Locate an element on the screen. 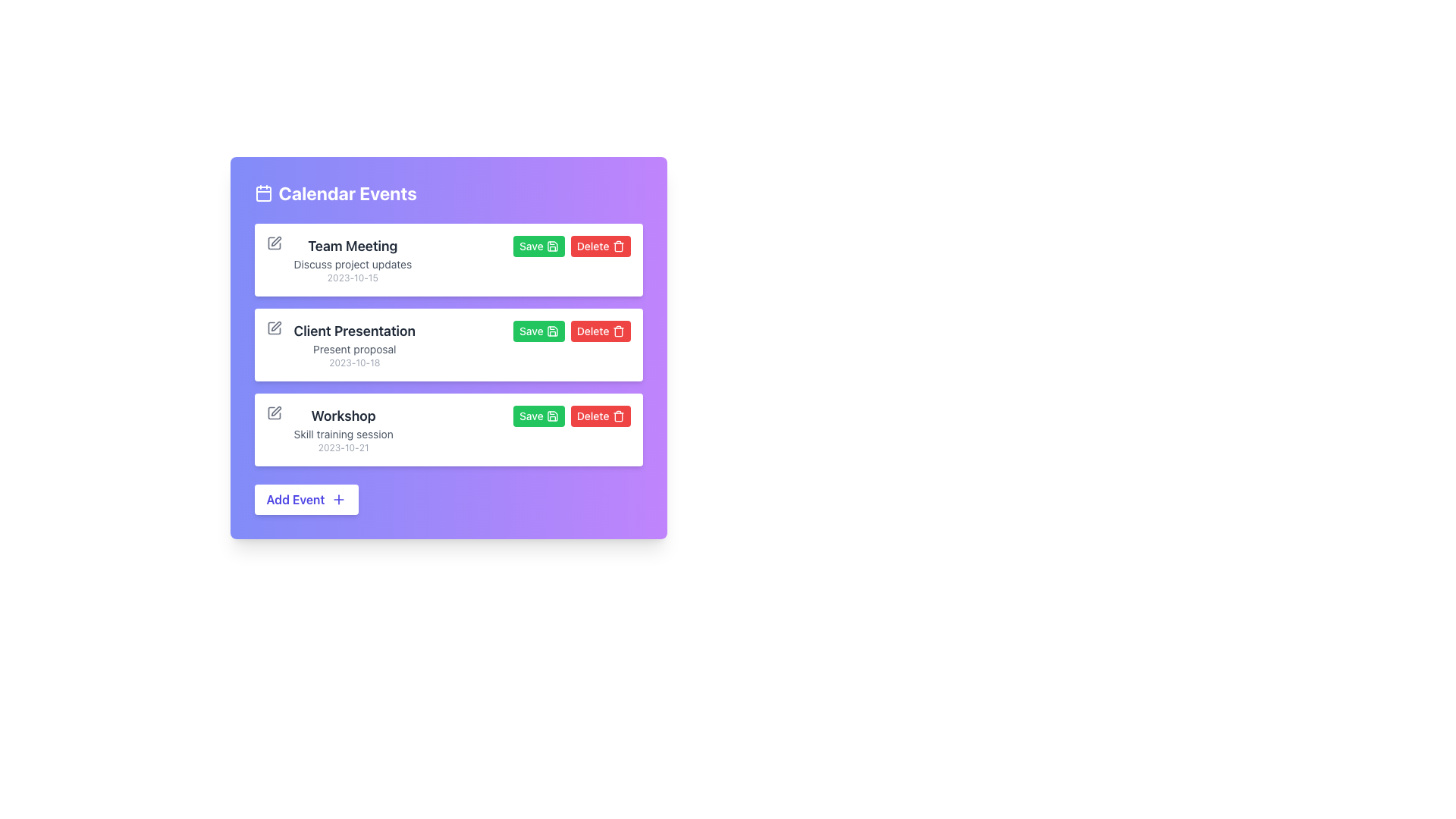  the 'Save' button, which is a rectangular button with a green background and white text, labeled 'Save' and featuring a floppy disk icon on the right side is located at coordinates (538, 330).